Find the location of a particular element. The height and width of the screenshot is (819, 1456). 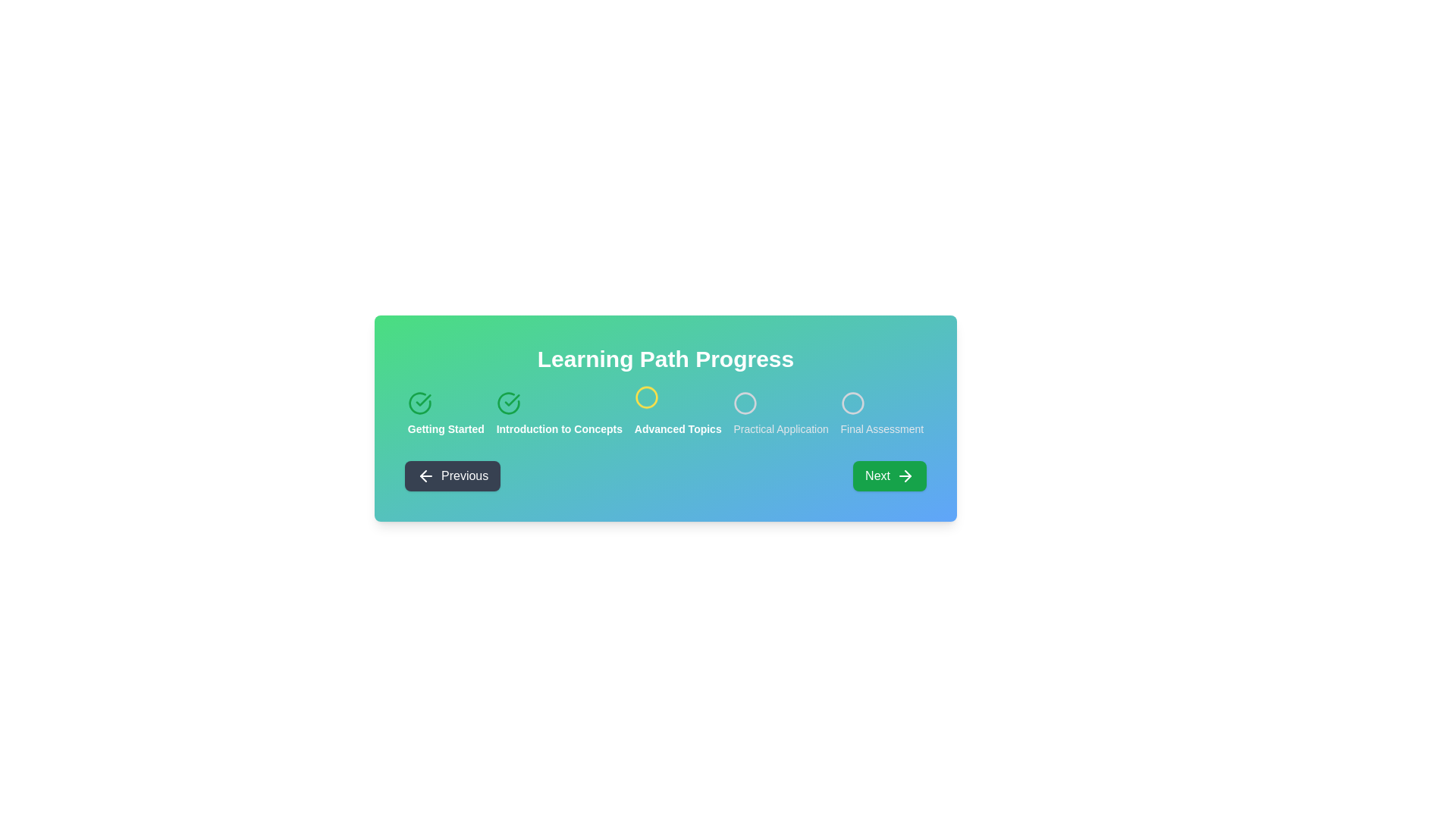

the status of the progress indicator circle representing the final step labeled 'Final Assessment', located at the far right of the progress bar is located at coordinates (852, 403).